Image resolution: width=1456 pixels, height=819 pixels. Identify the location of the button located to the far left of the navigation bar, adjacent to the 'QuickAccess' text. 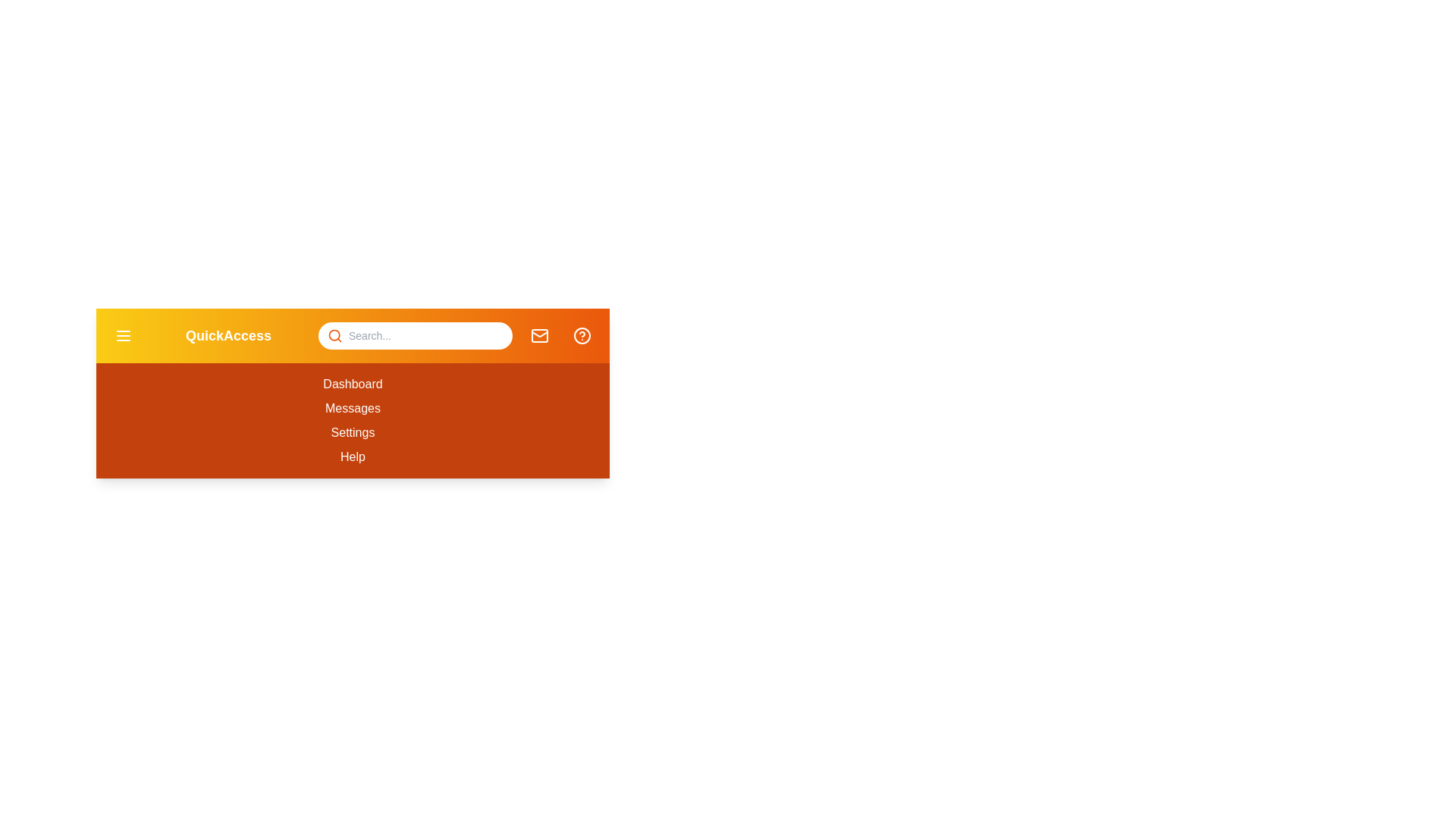
(124, 335).